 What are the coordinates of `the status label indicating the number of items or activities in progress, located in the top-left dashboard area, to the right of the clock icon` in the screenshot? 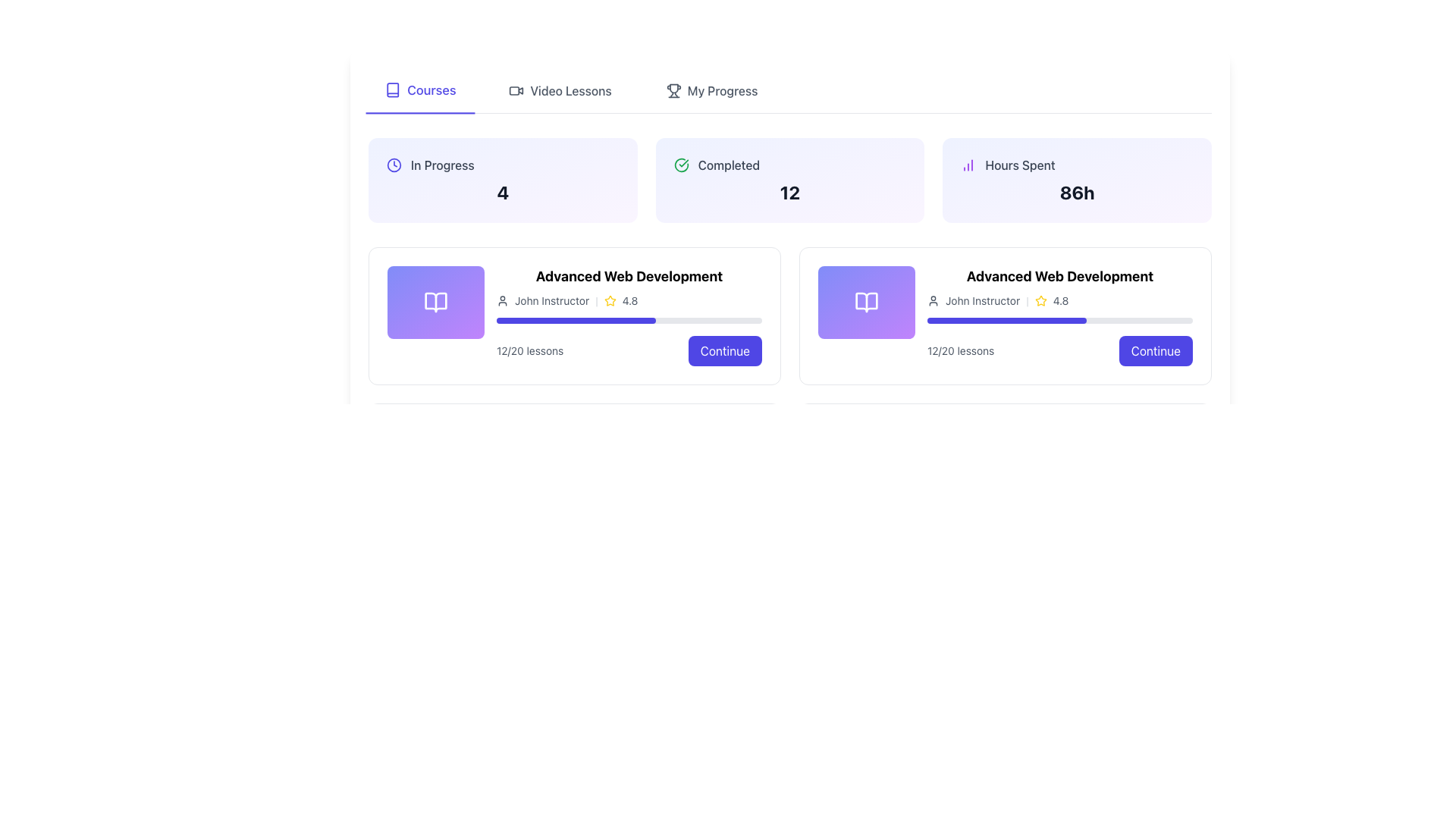 It's located at (441, 165).